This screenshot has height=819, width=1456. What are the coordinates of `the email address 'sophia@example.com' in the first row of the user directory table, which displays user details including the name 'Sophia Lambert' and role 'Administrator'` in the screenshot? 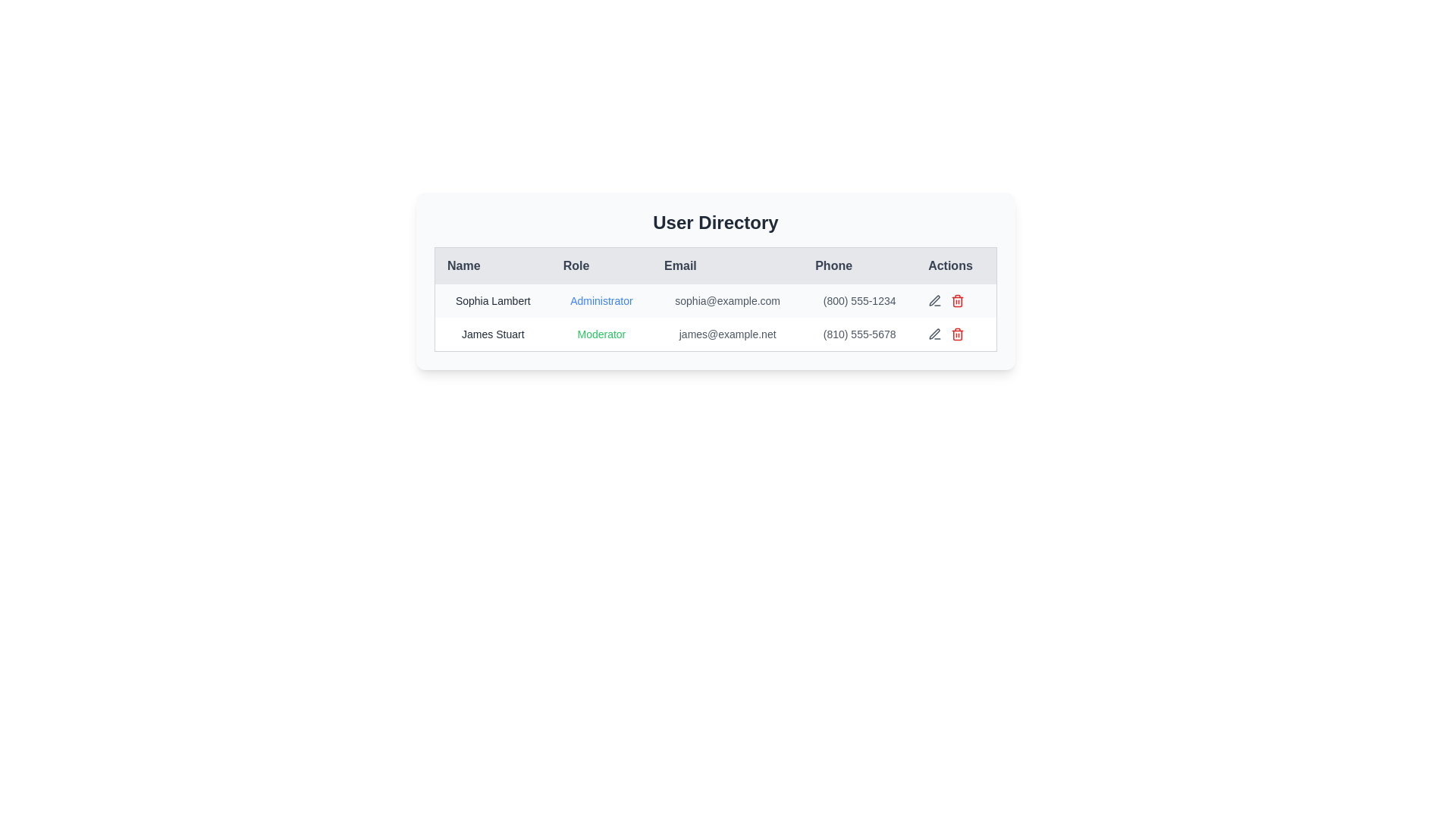 It's located at (715, 301).